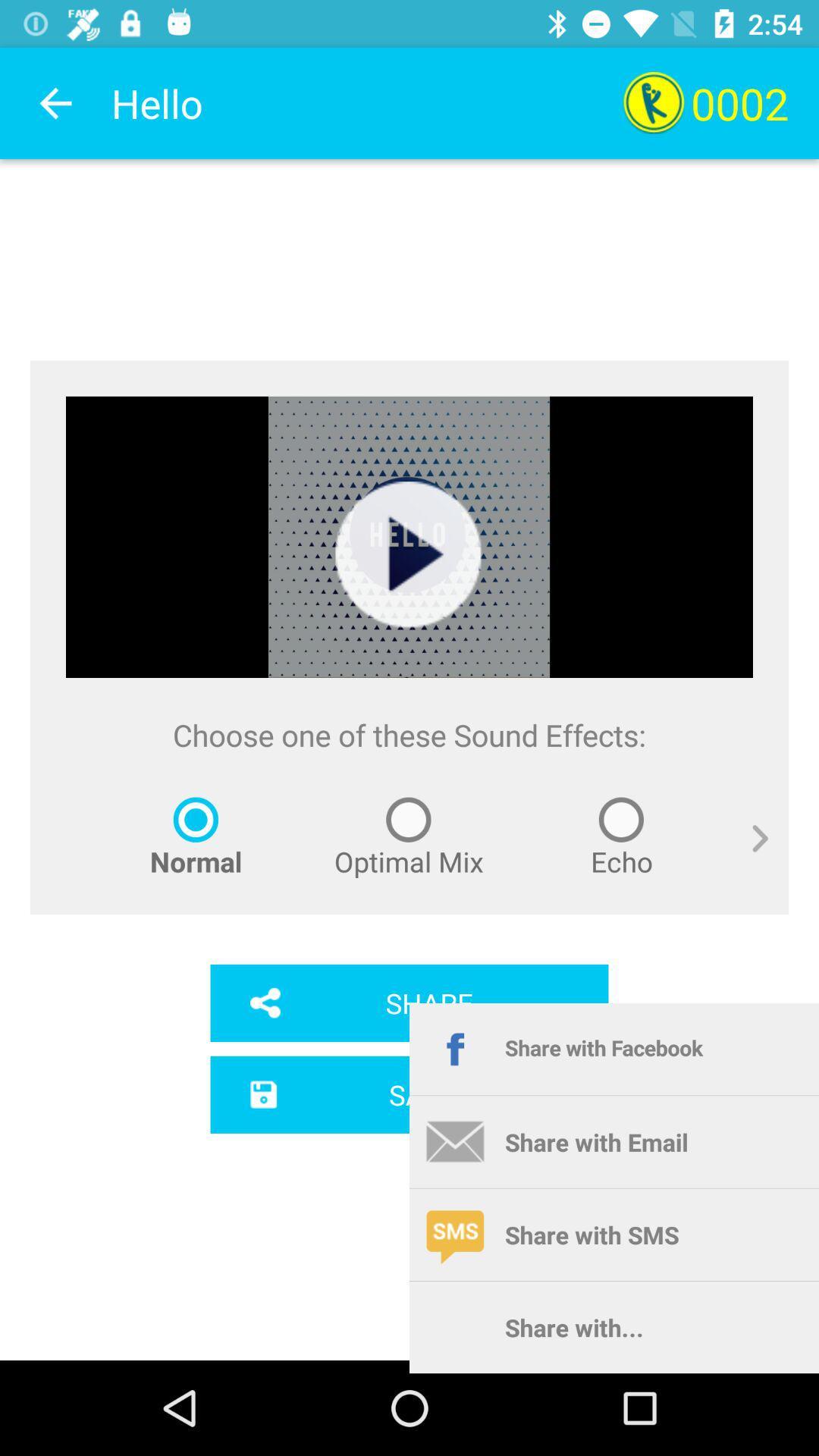 The width and height of the screenshot is (819, 1456). Describe the element at coordinates (748, 855) in the screenshot. I see `the arrow_forward icon` at that location.